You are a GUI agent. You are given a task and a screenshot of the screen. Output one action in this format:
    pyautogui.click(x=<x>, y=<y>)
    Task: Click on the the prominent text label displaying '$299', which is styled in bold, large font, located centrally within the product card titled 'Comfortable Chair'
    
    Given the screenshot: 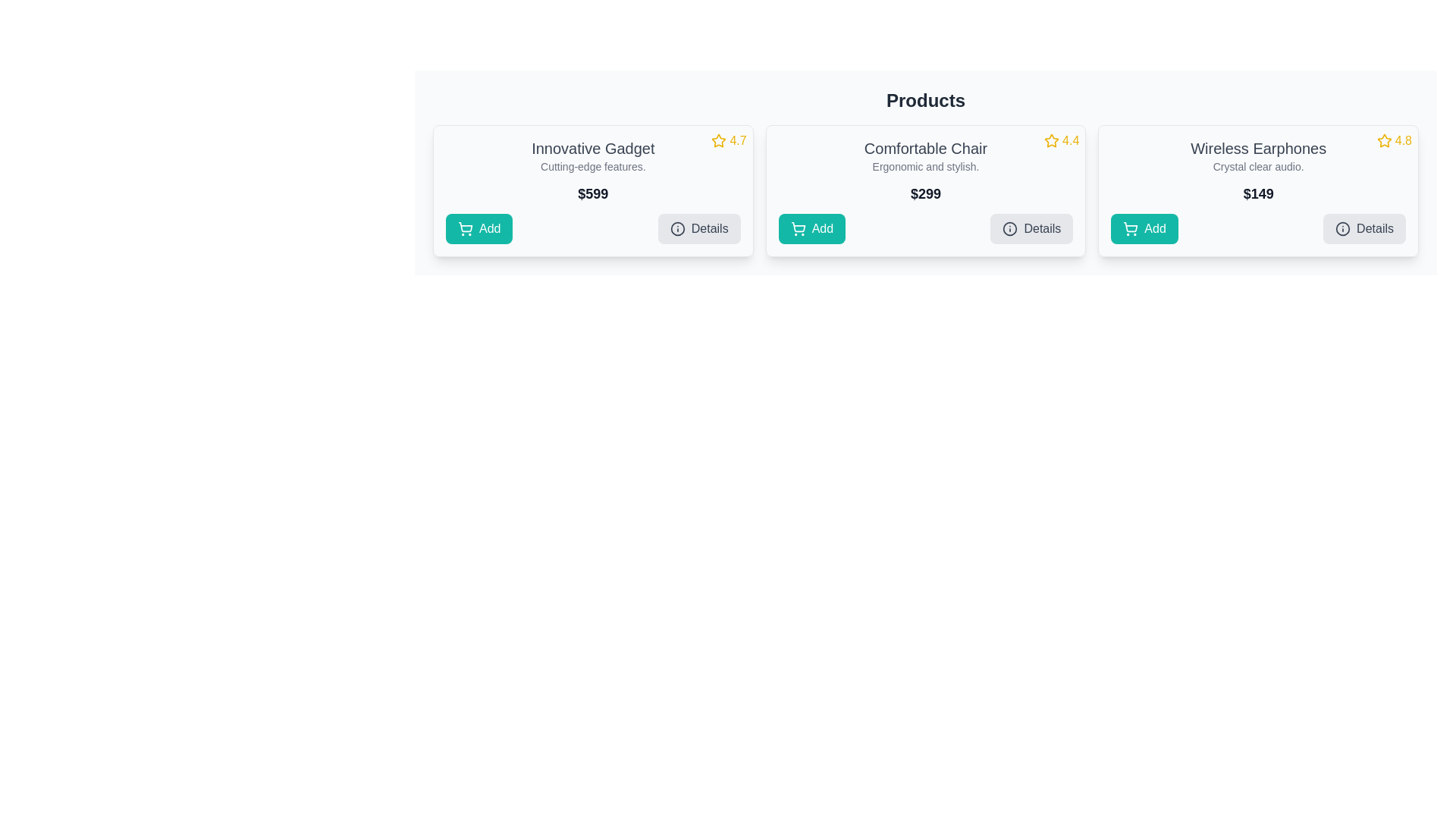 What is the action you would take?
    pyautogui.click(x=924, y=193)
    